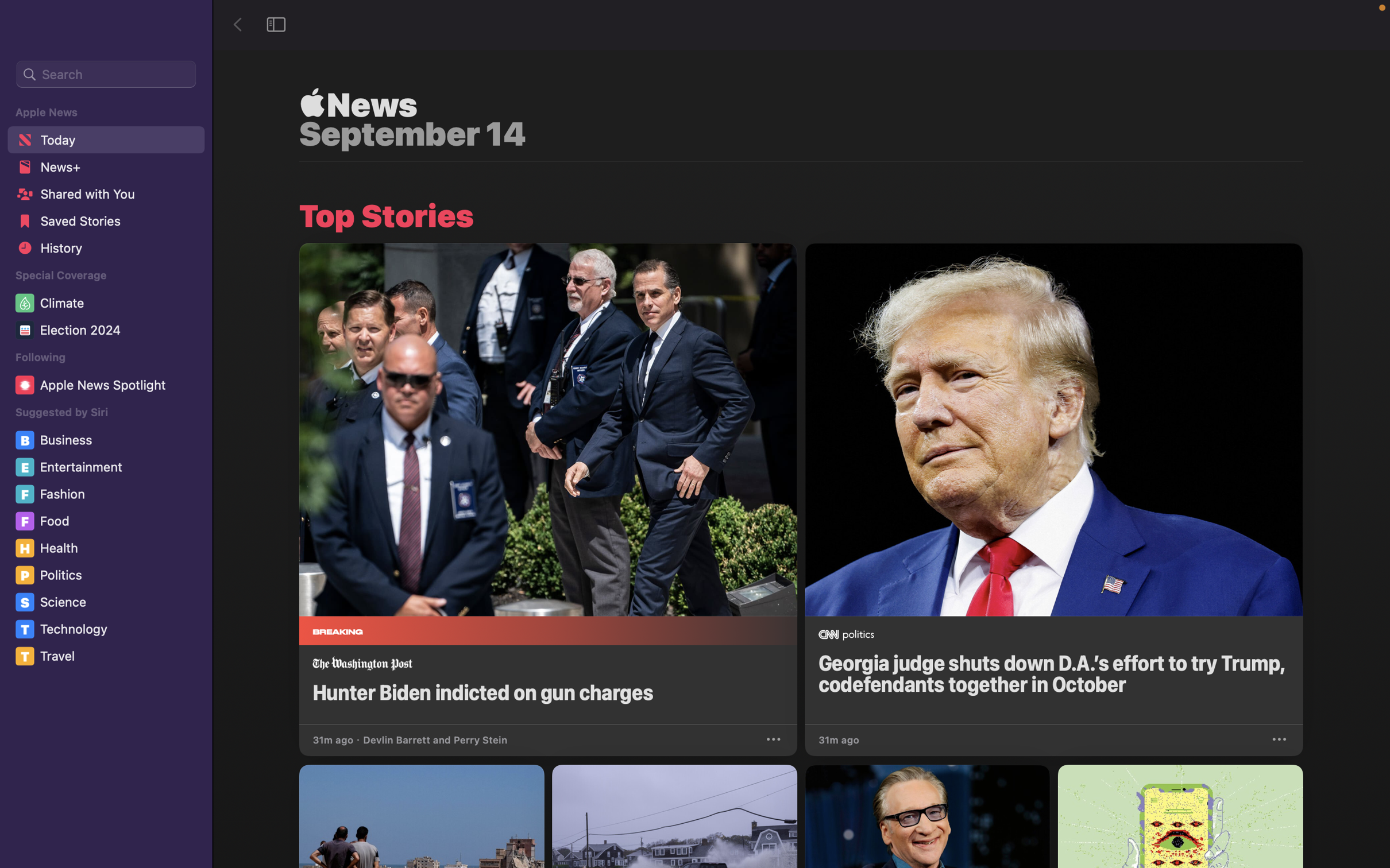 This screenshot has height=868, width=1390. I want to click on the "Shared with you" feature, so click(104, 197).